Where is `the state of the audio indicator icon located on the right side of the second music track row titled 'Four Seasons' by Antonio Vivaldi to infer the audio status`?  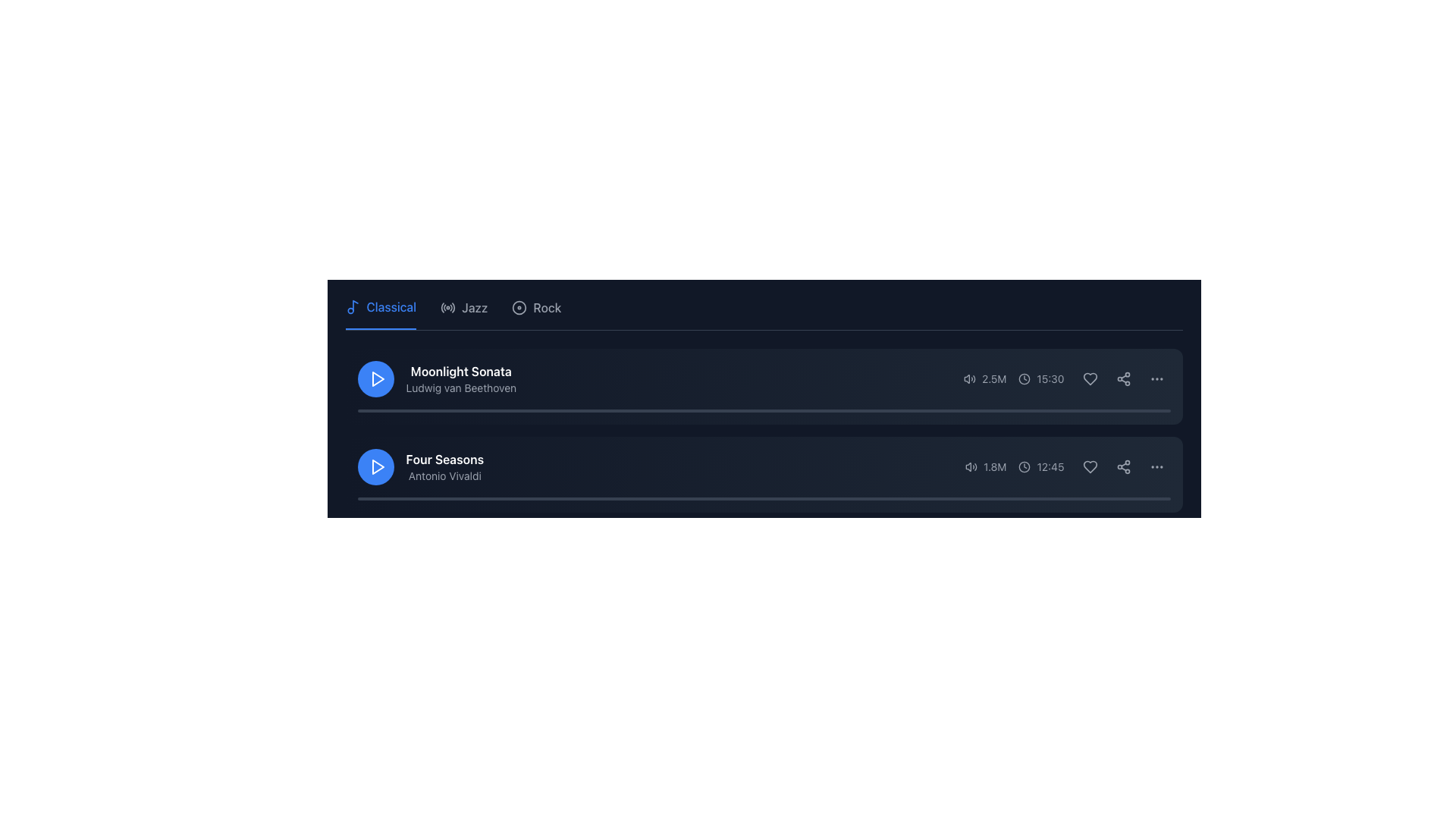
the state of the audio indicator icon located on the right side of the second music track row titled 'Four Seasons' by Antonio Vivaldi to infer the audio status is located at coordinates (968, 466).